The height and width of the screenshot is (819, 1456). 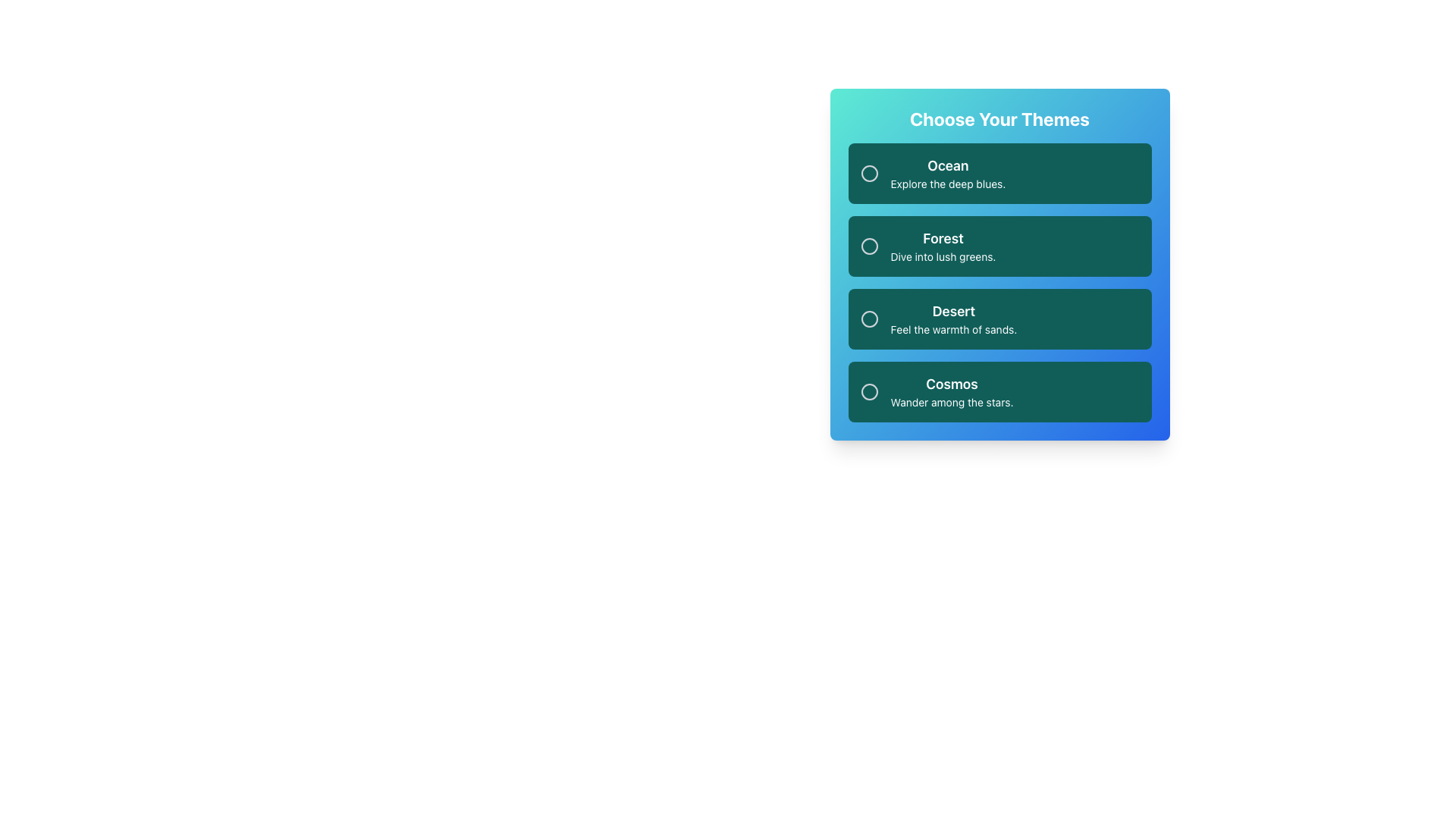 I want to click on text content of the Text Block with Multiple Lines that includes the title 'Cosmos' and the subtitle 'Wander among the stars.', so click(x=951, y=391).